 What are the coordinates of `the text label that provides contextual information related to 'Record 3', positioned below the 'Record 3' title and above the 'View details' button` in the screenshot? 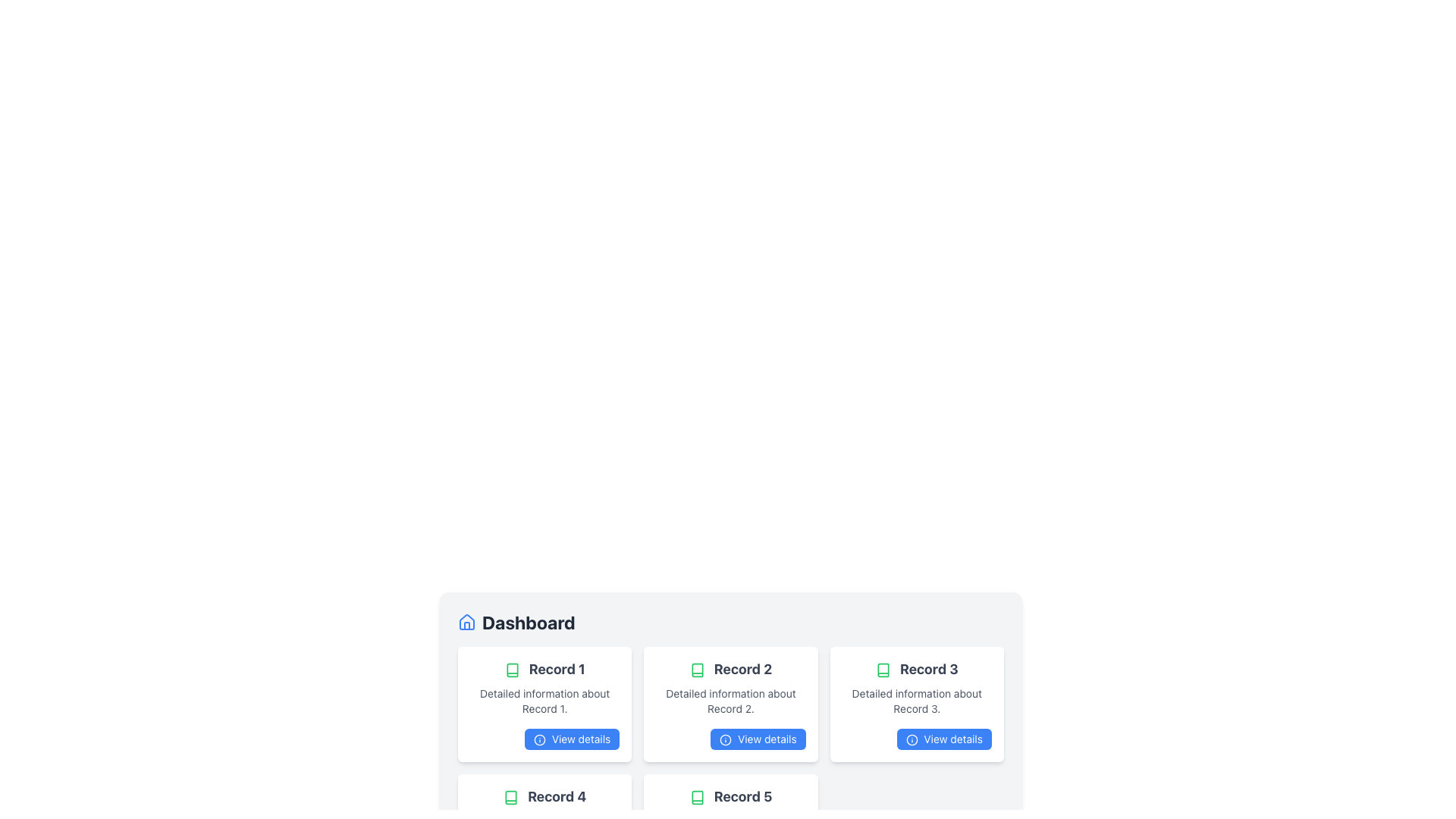 It's located at (916, 701).